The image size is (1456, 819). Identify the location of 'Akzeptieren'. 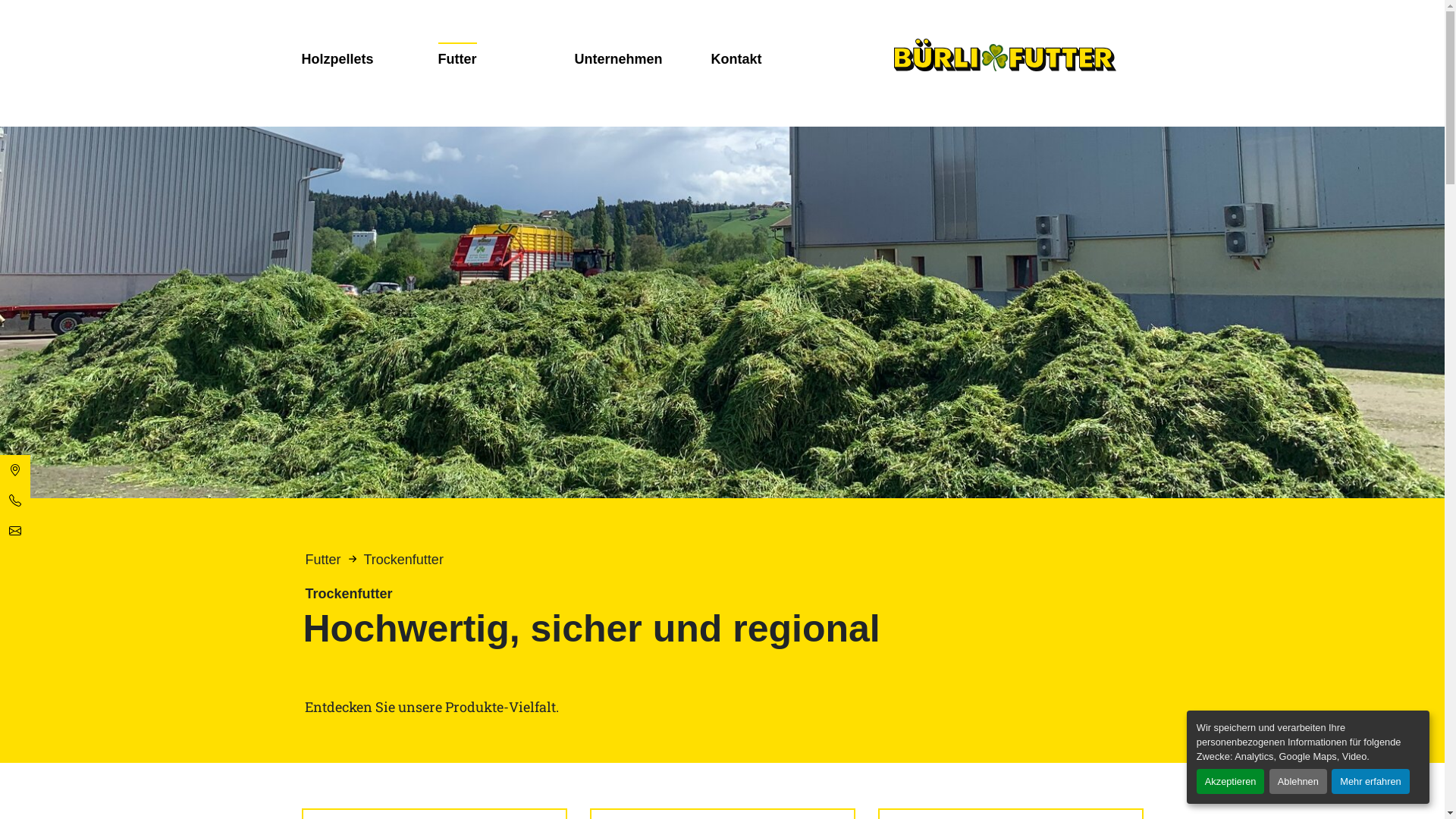
(1230, 781).